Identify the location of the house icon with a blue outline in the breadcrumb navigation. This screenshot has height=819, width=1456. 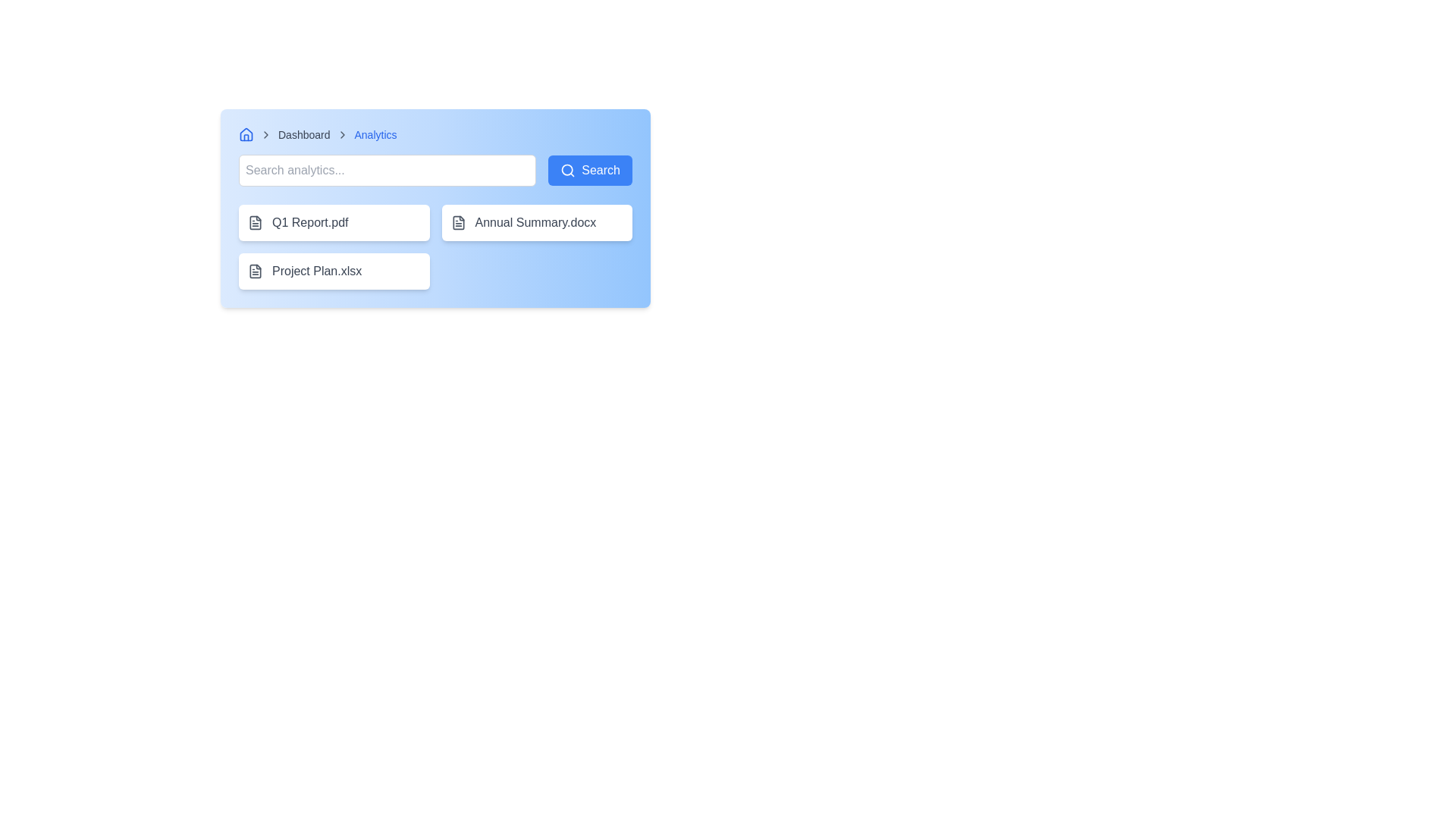
(246, 133).